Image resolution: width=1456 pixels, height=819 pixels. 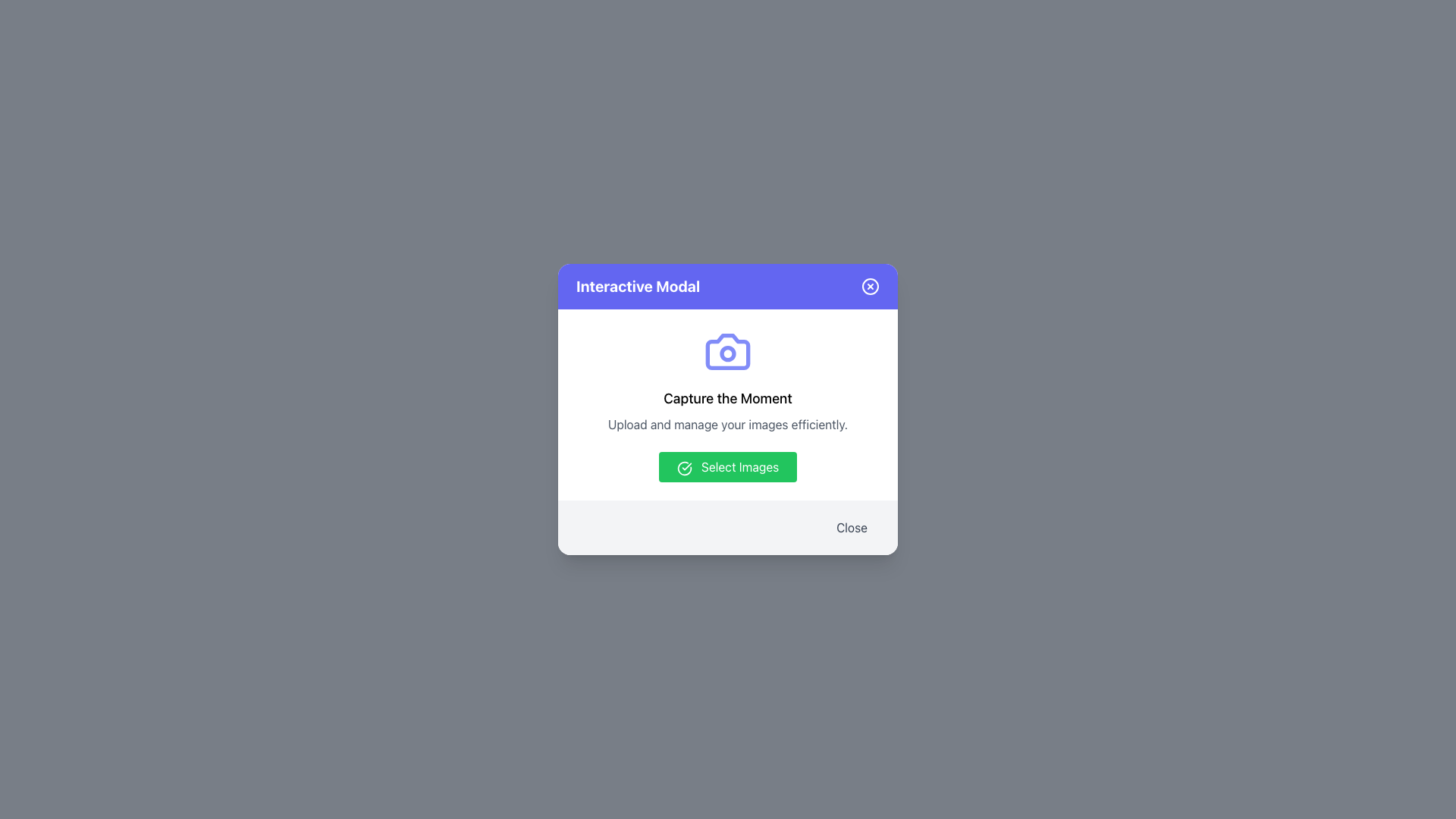 What do you see at coordinates (728, 466) in the screenshot?
I see `the button located under the title 'Capture the Moment' and description 'Upload and manage your images efficiently'` at bounding box center [728, 466].